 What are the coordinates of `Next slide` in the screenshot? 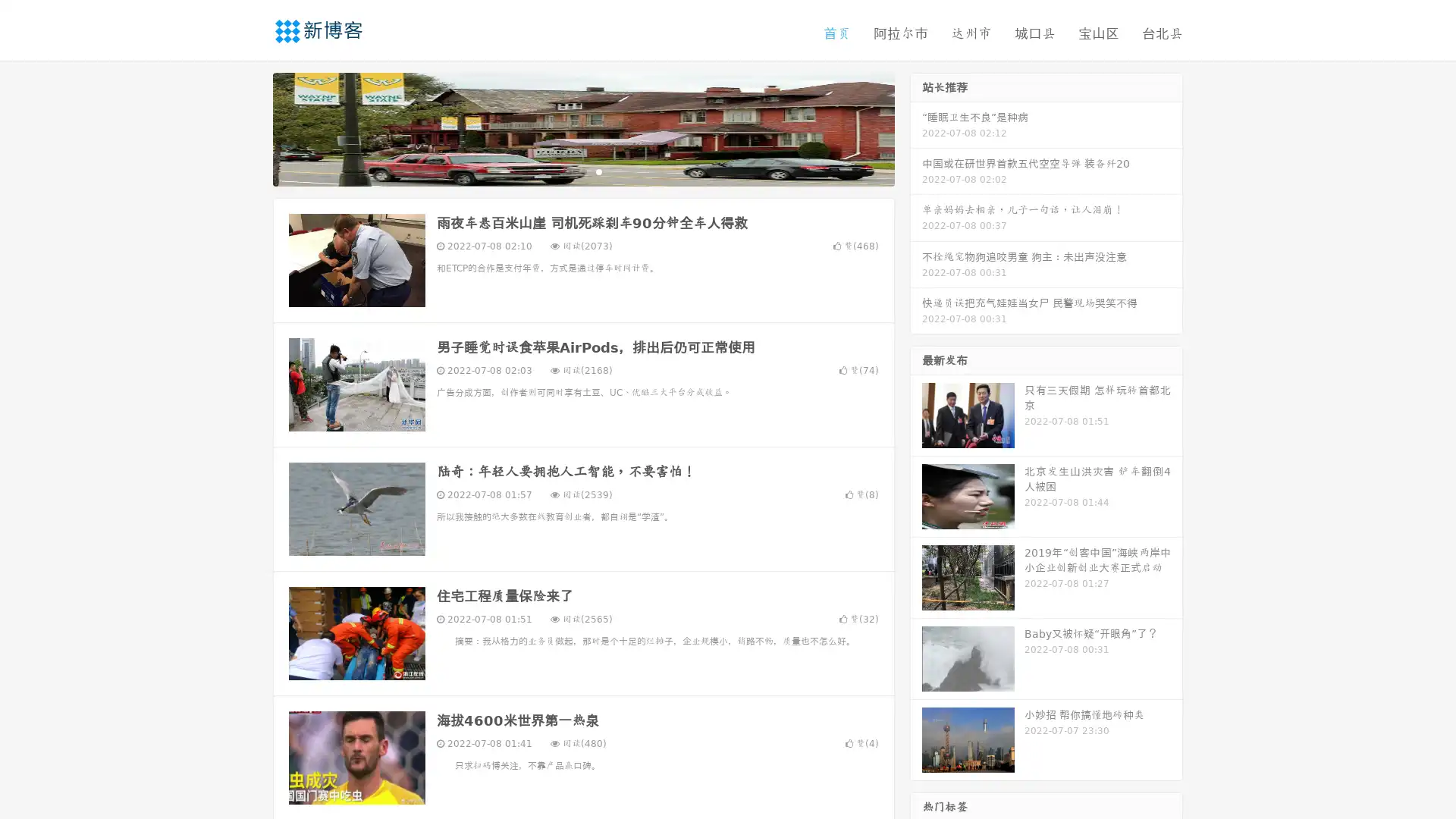 It's located at (916, 127).